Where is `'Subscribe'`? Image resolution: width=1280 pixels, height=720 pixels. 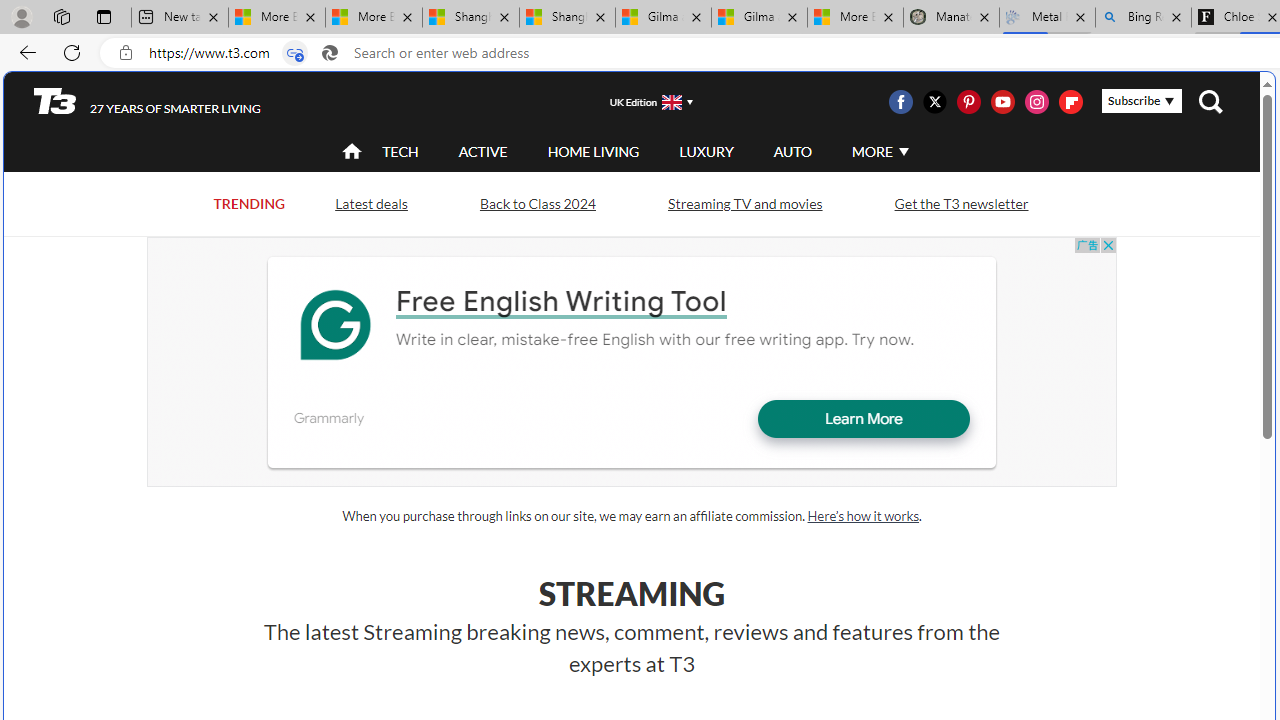
'Subscribe' is located at coordinates (1141, 101).